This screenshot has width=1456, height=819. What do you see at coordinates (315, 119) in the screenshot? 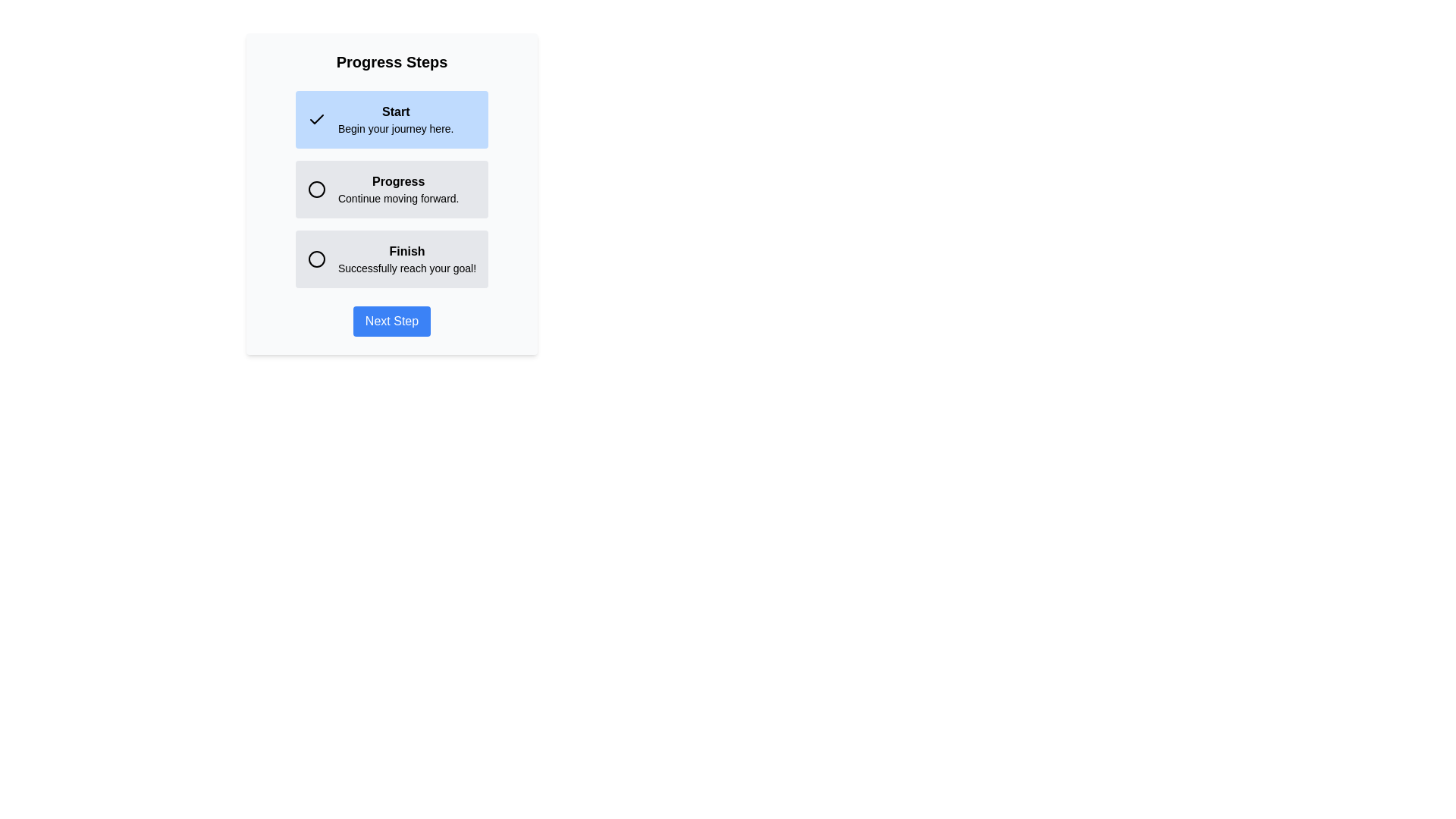
I see `the state of the checkmark icon located inside the blue background box labeled 'Start', which is part of a vertical sequence of progress steps` at bounding box center [315, 119].